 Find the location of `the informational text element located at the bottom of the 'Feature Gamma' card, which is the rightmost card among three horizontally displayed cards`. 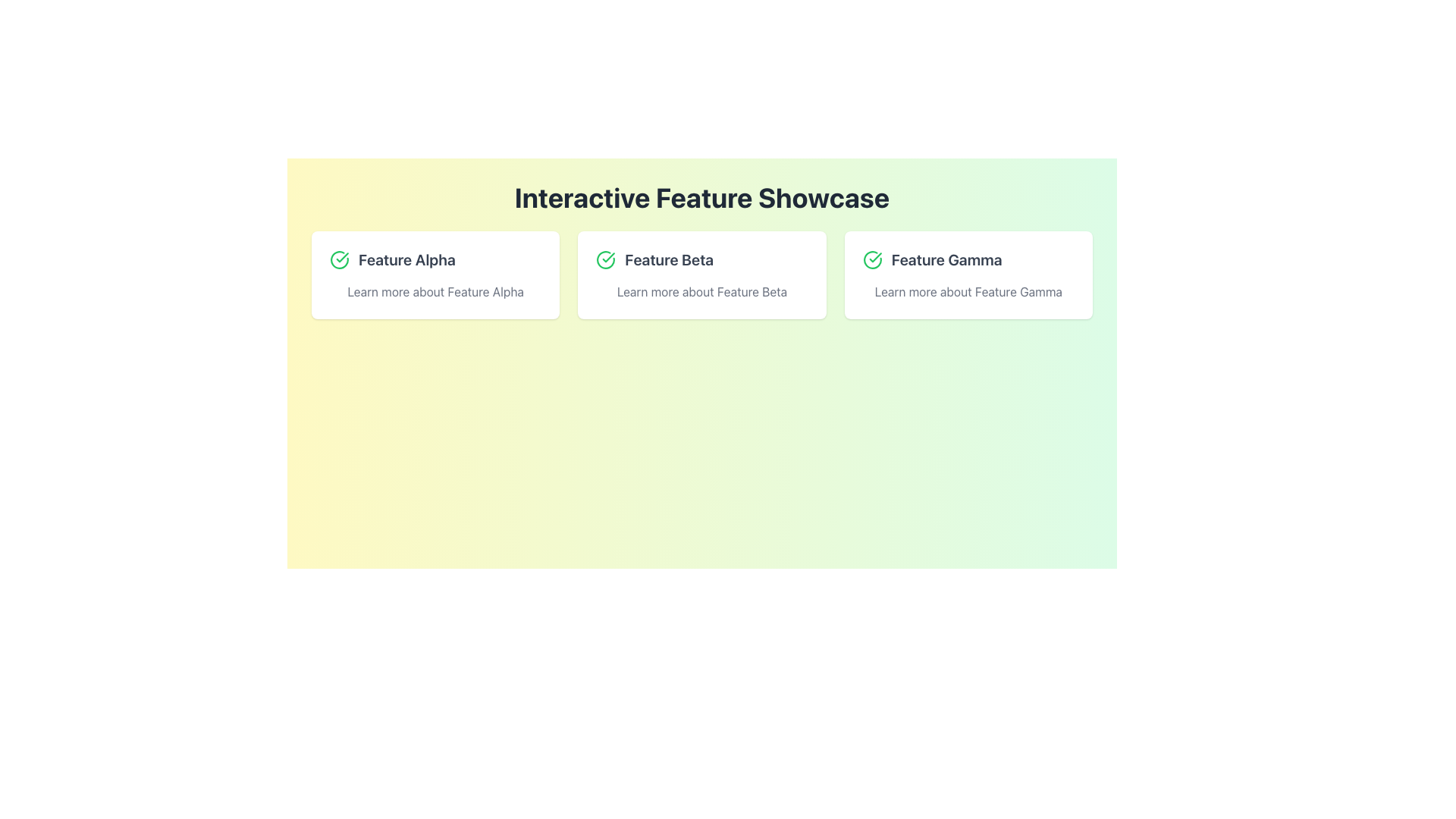

the informational text element located at the bottom of the 'Feature Gamma' card, which is the rightmost card among three horizontally displayed cards is located at coordinates (968, 292).